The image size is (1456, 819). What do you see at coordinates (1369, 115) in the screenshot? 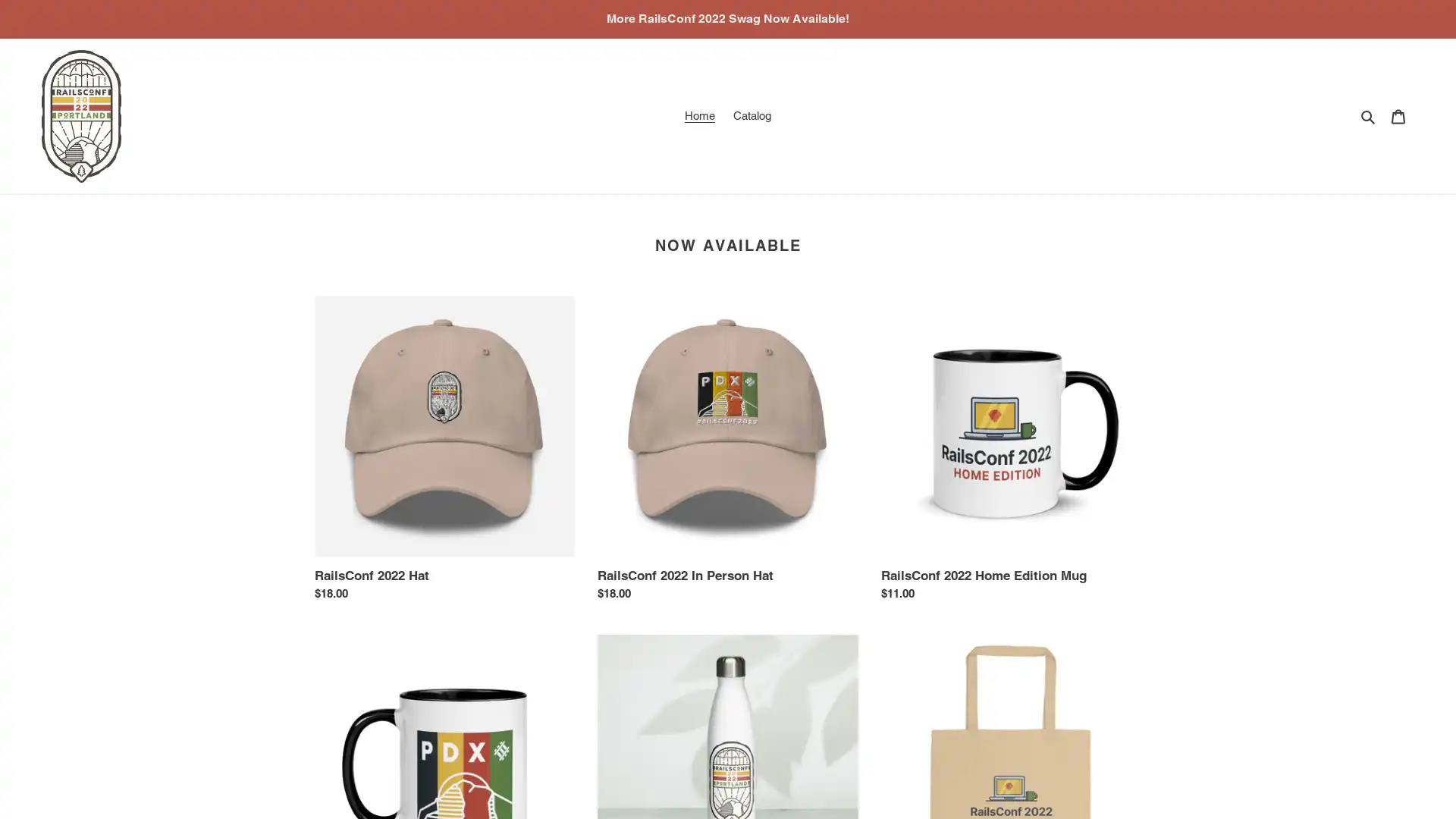
I see `Search` at bounding box center [1369, 115].